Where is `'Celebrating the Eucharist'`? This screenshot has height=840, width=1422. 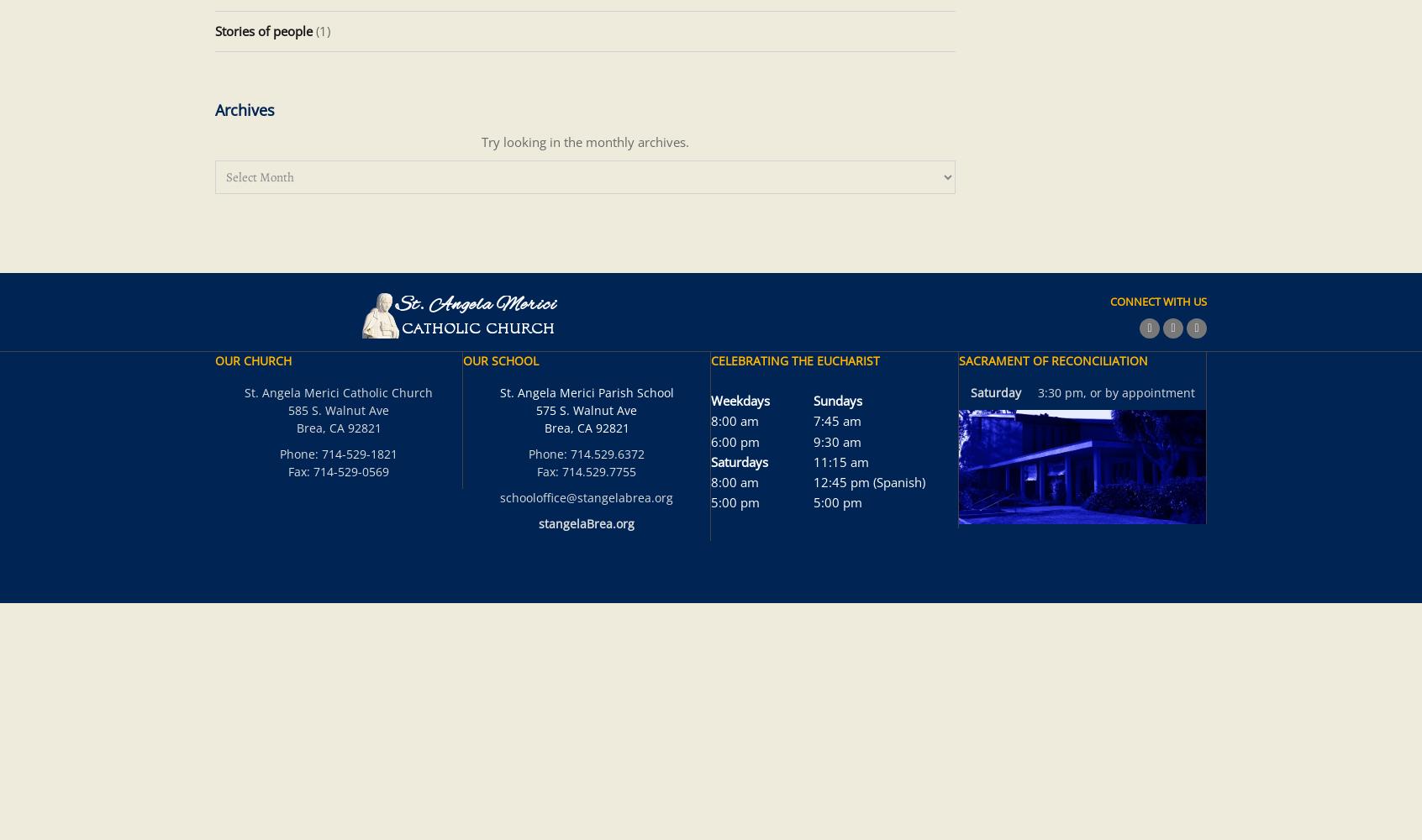 'Celebrating the Eucharist' is located at coordinates (795, 360).